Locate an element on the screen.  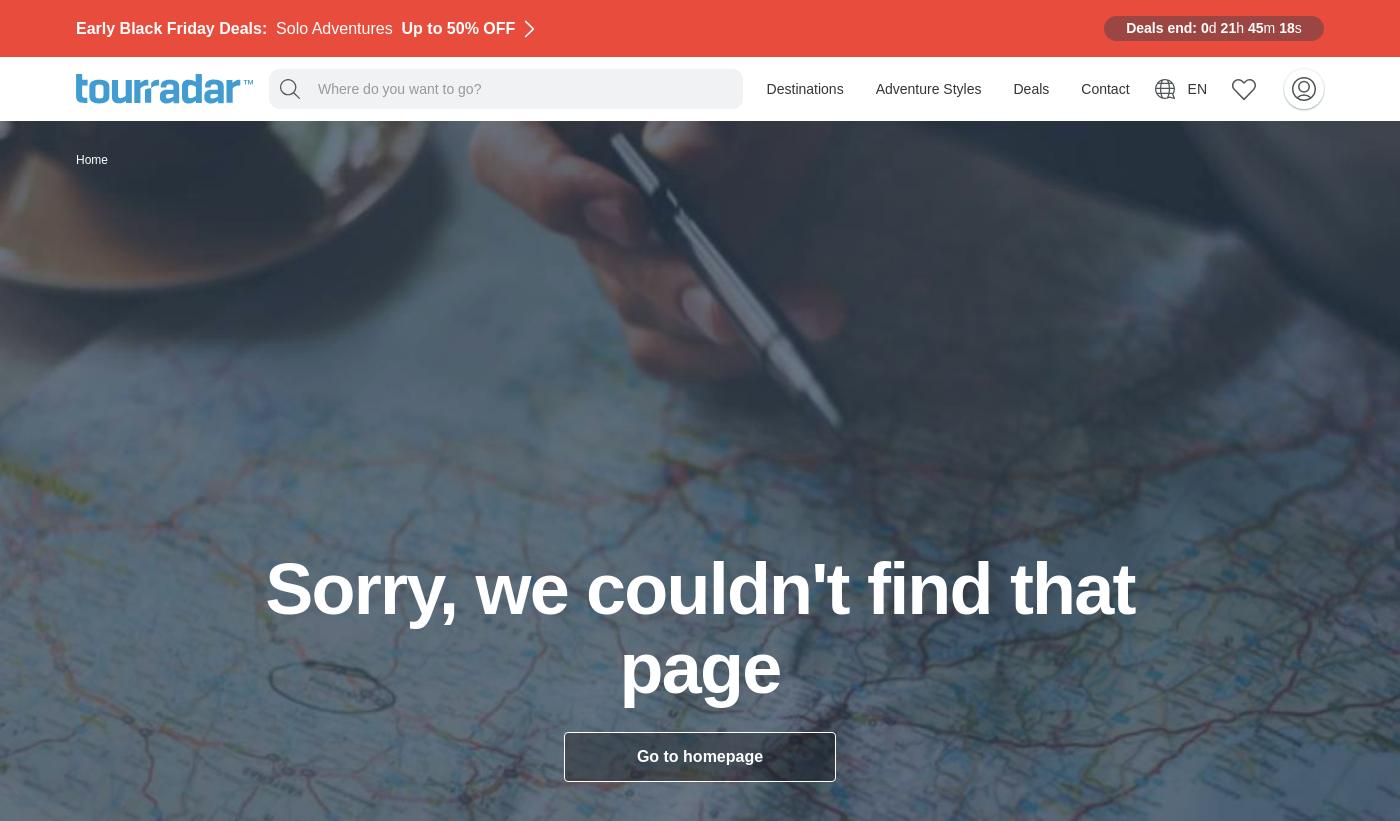
'Up to 50% OFF' is located at coordinates (456, 26).